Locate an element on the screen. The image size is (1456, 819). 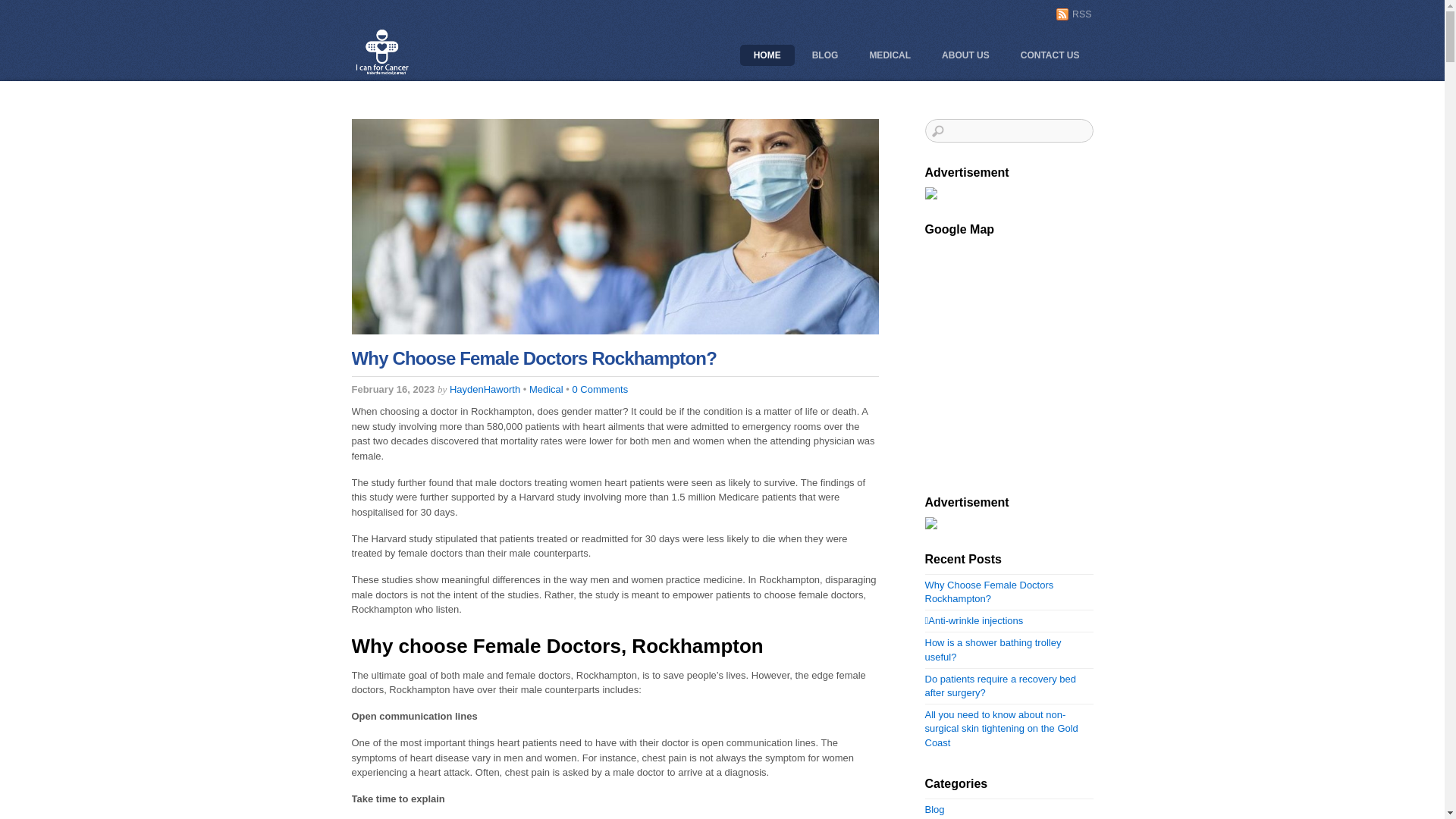
'CONTACT US' is located at coordinates (1050, 55).